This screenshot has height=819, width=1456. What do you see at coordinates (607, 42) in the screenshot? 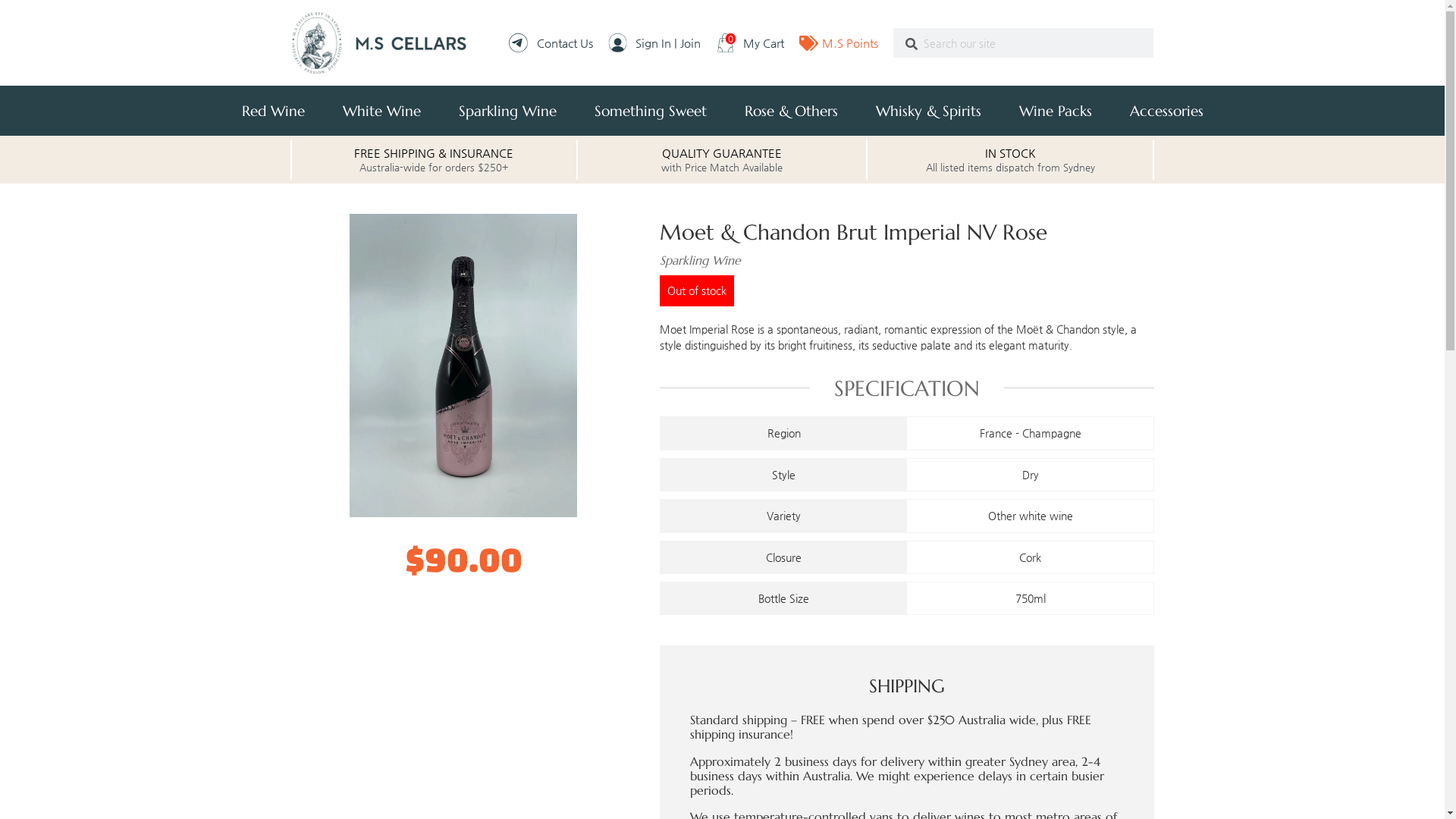
I see `'Sign In | Join'` at bounding box center [607, 42].